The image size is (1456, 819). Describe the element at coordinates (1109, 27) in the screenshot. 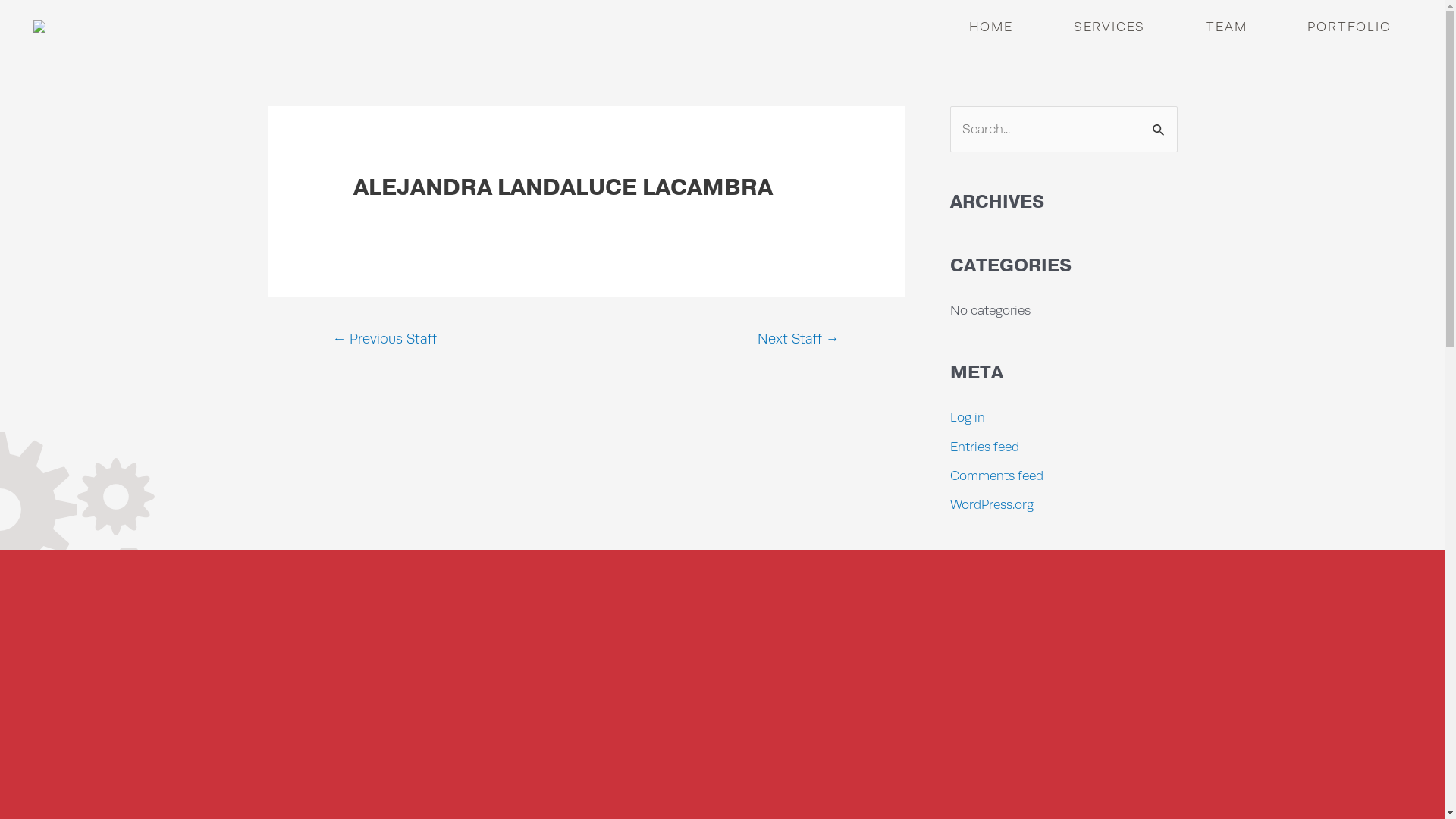

I see `'SERVICES'` at that location.